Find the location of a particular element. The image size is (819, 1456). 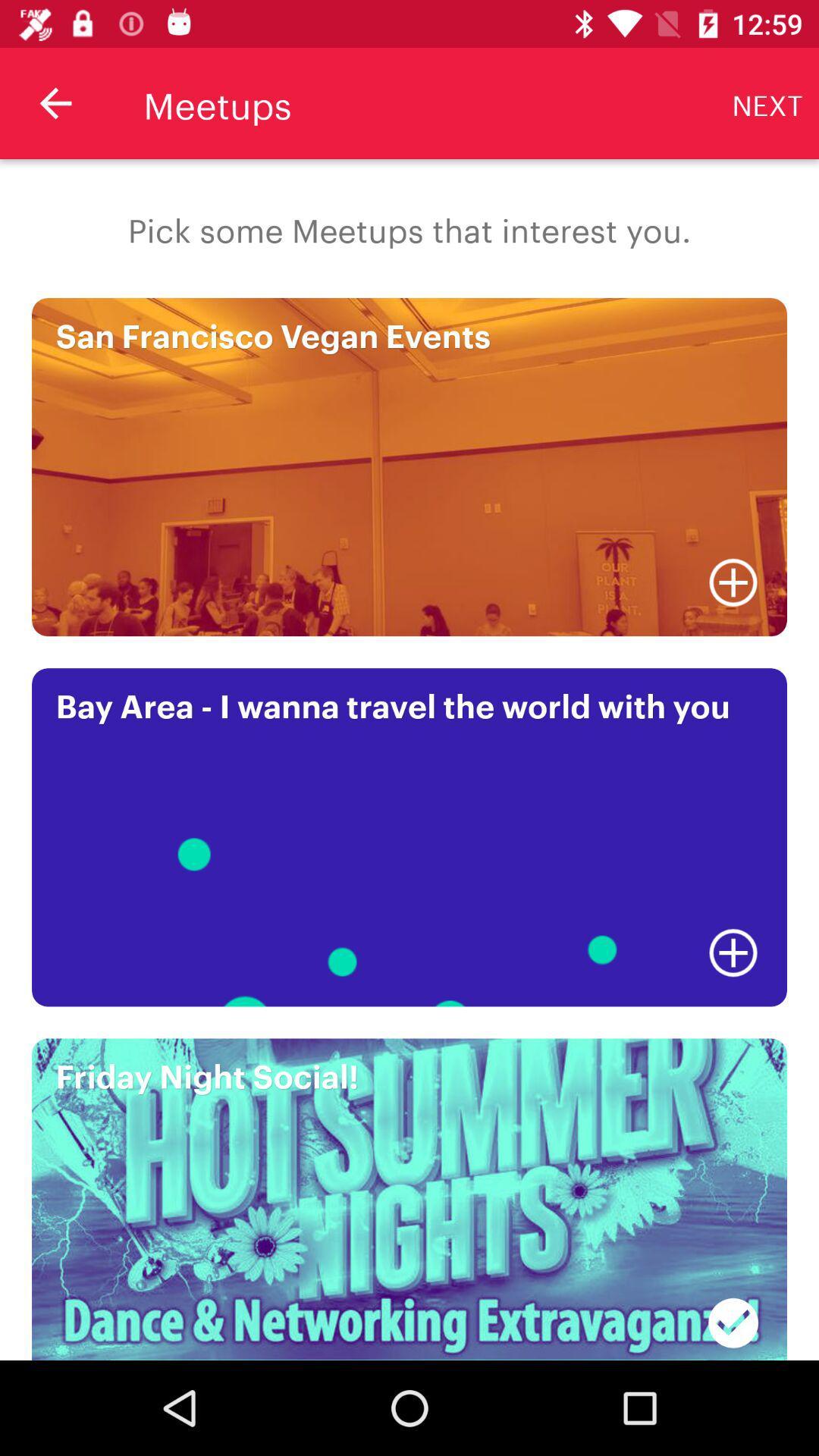

next item is located at coordinates (767, 102).